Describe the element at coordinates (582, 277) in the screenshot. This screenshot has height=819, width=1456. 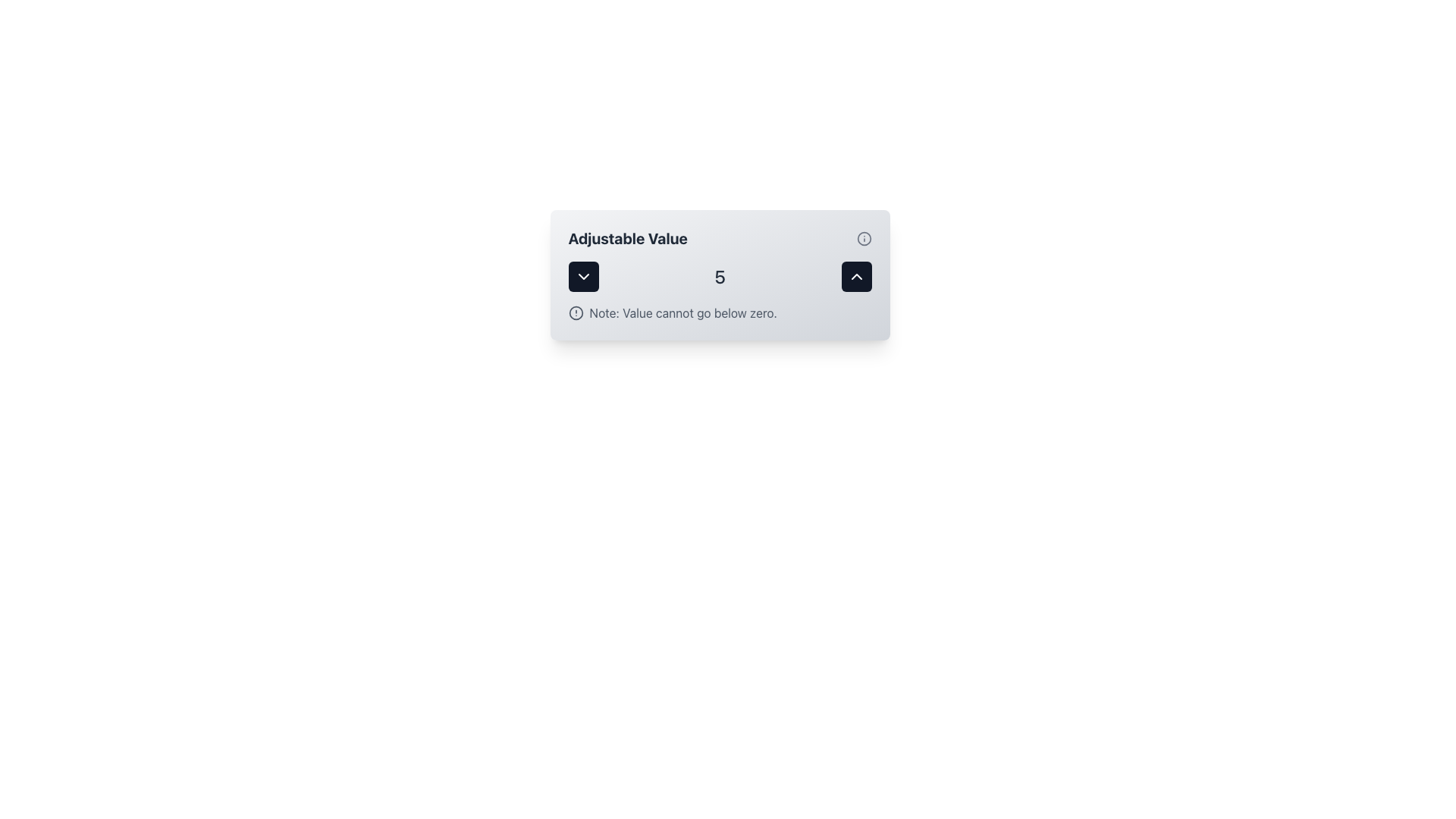
I see `the dark rectangular button with rounded corners, styled in grayish-black, containing a centered downward arrow icon, to decrease the value` at that location.